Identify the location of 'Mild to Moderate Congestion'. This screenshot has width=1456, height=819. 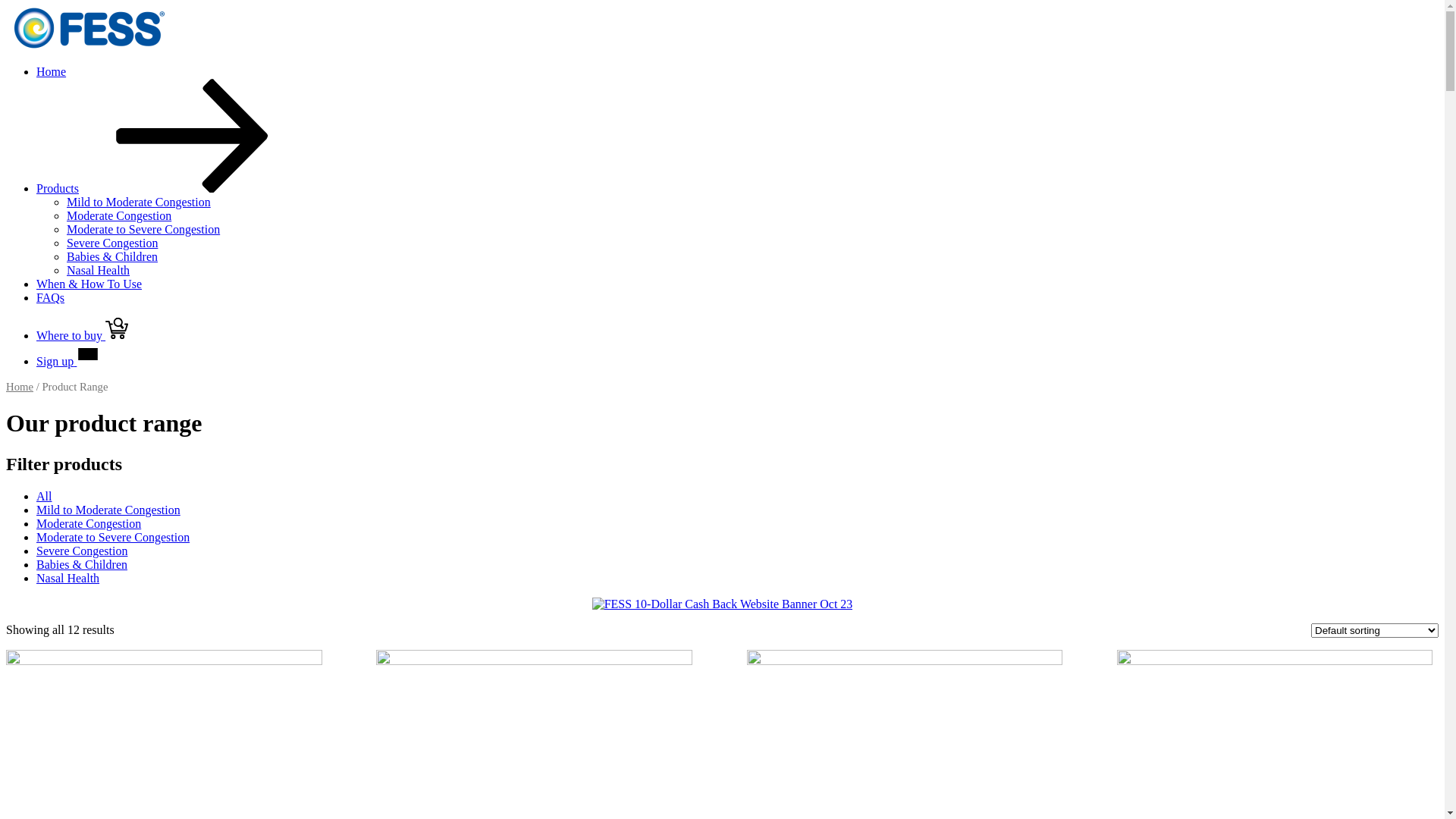
(65, 201).